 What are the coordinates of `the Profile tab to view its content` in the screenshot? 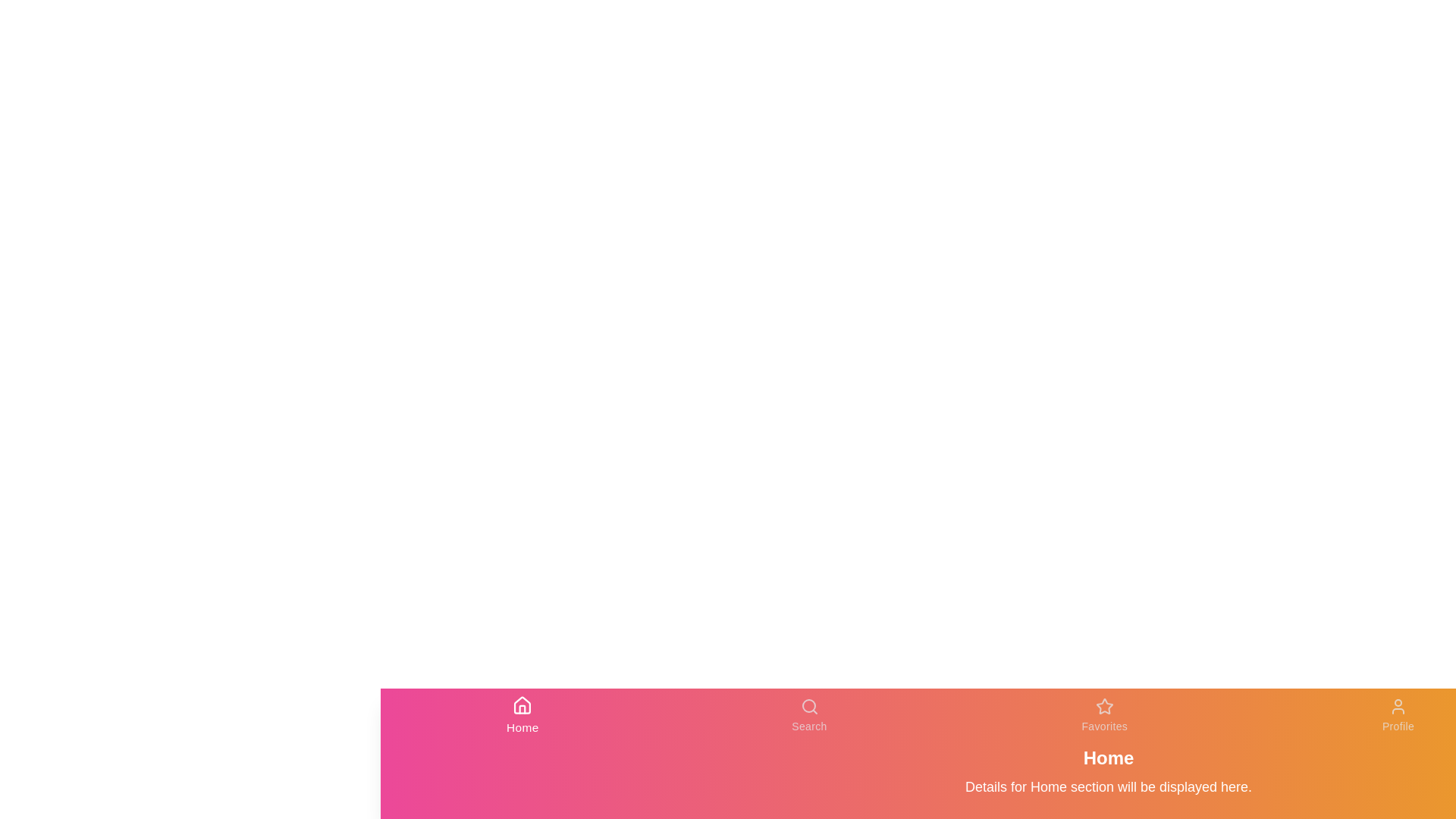 It's located at (1397, 716).